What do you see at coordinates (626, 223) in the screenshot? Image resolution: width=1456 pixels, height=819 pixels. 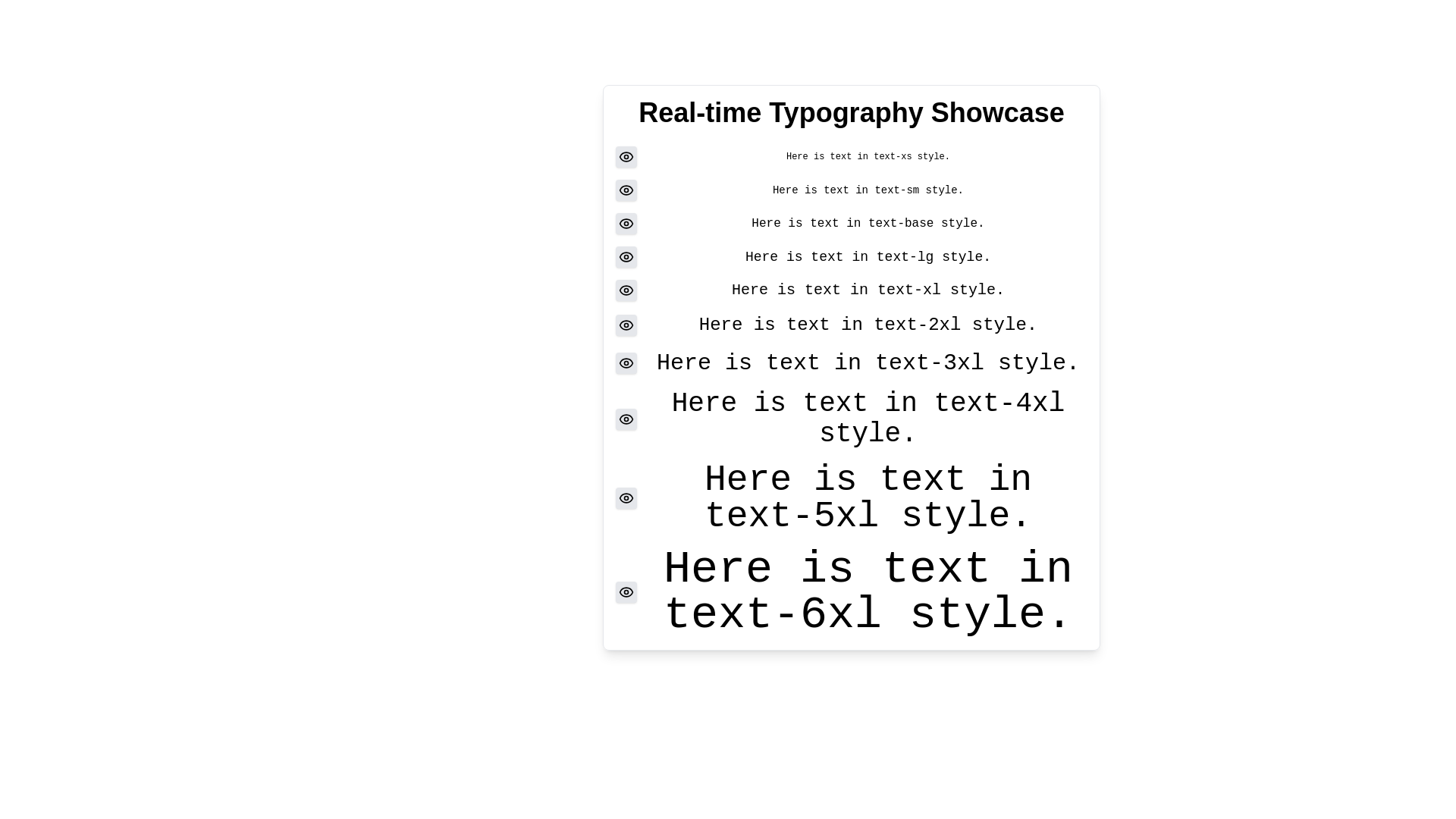 I see `the upper outline segment of the eye icon` at bounding box center [626, 223].